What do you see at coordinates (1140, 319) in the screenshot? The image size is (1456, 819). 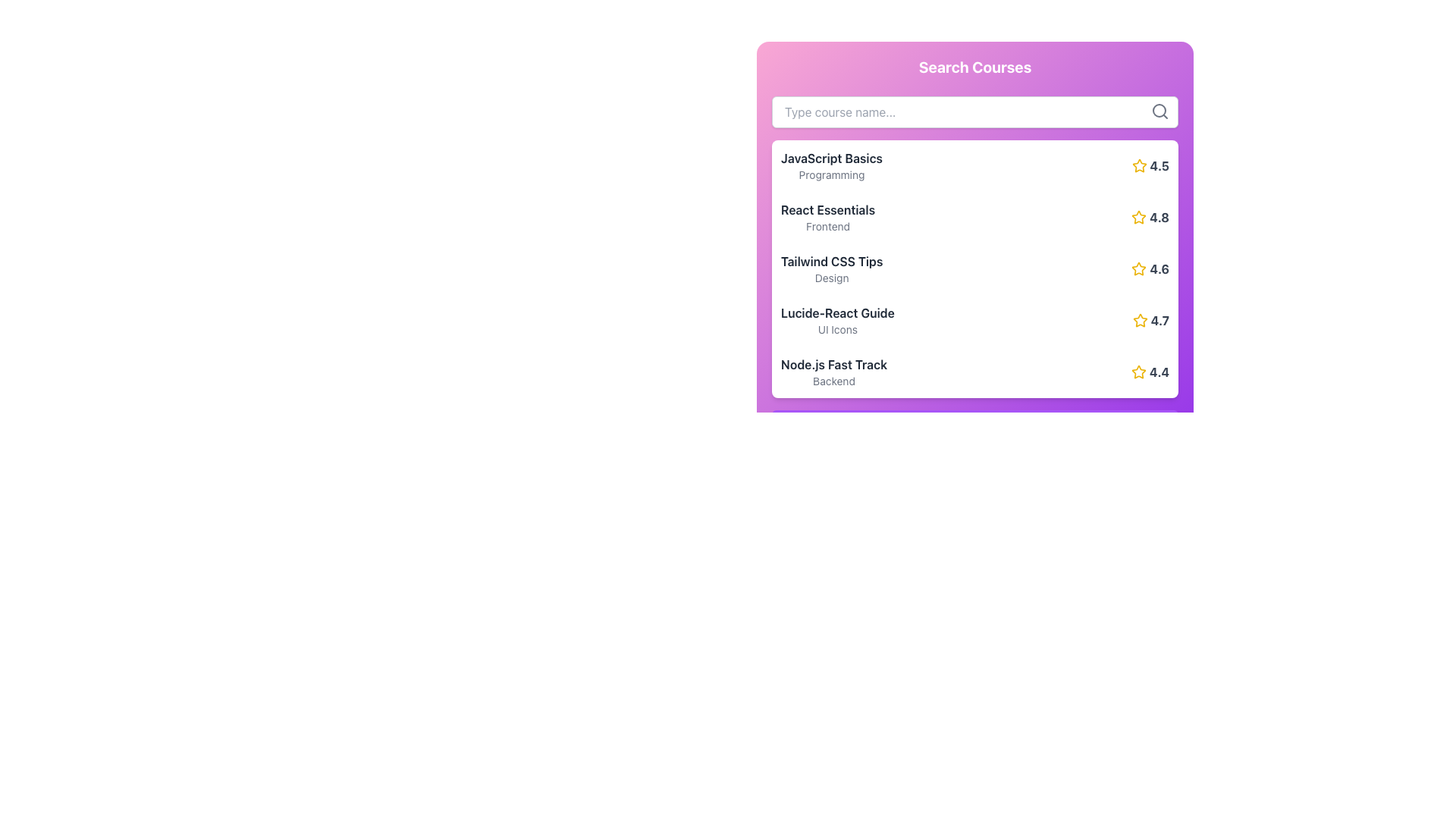 I see `the fourth yellow star icon, which has a hollow center and is located next to the numerical rating '4.7' for the 'Lucide-React Guide' list item` at bounding box center [1140, 319].